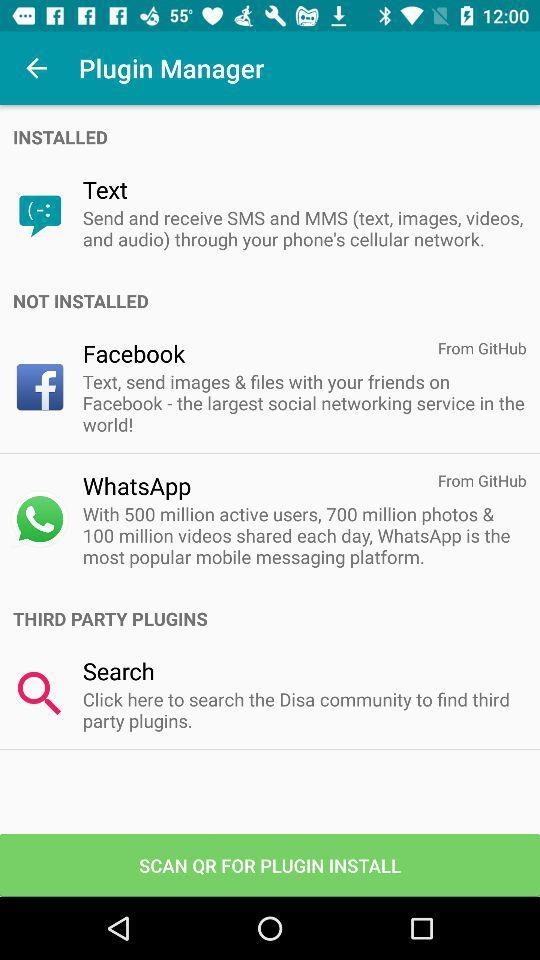 The image size is (540, 960). What do you see at coordinates (275, 301) in the screenshot?
I see `the app above from github` at bounding box center [275, 301].